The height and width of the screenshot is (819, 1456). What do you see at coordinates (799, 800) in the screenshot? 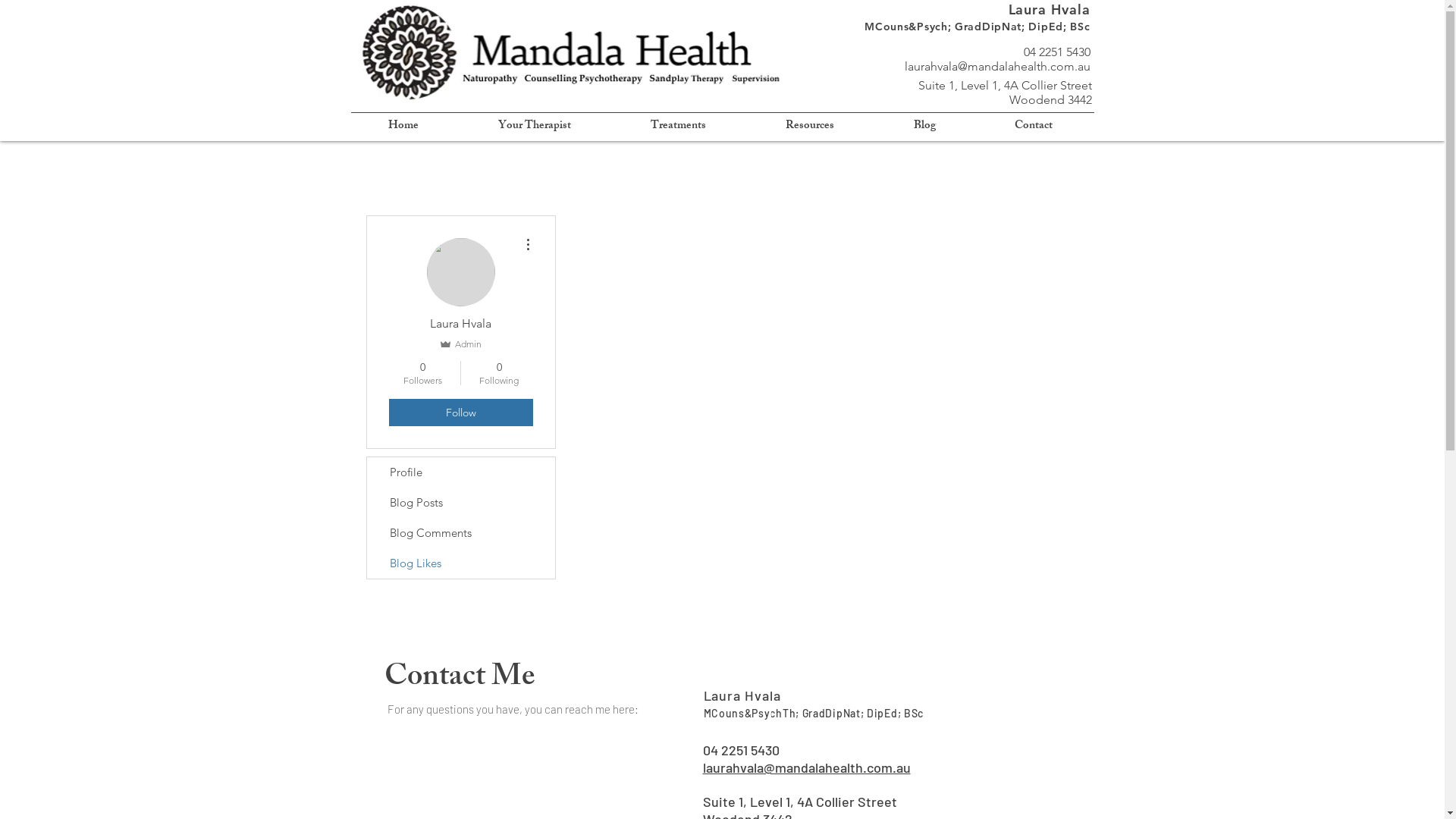
I see `'Suite 1, Level 1, 4A Collier Street'` at bounding box center [799, 800].